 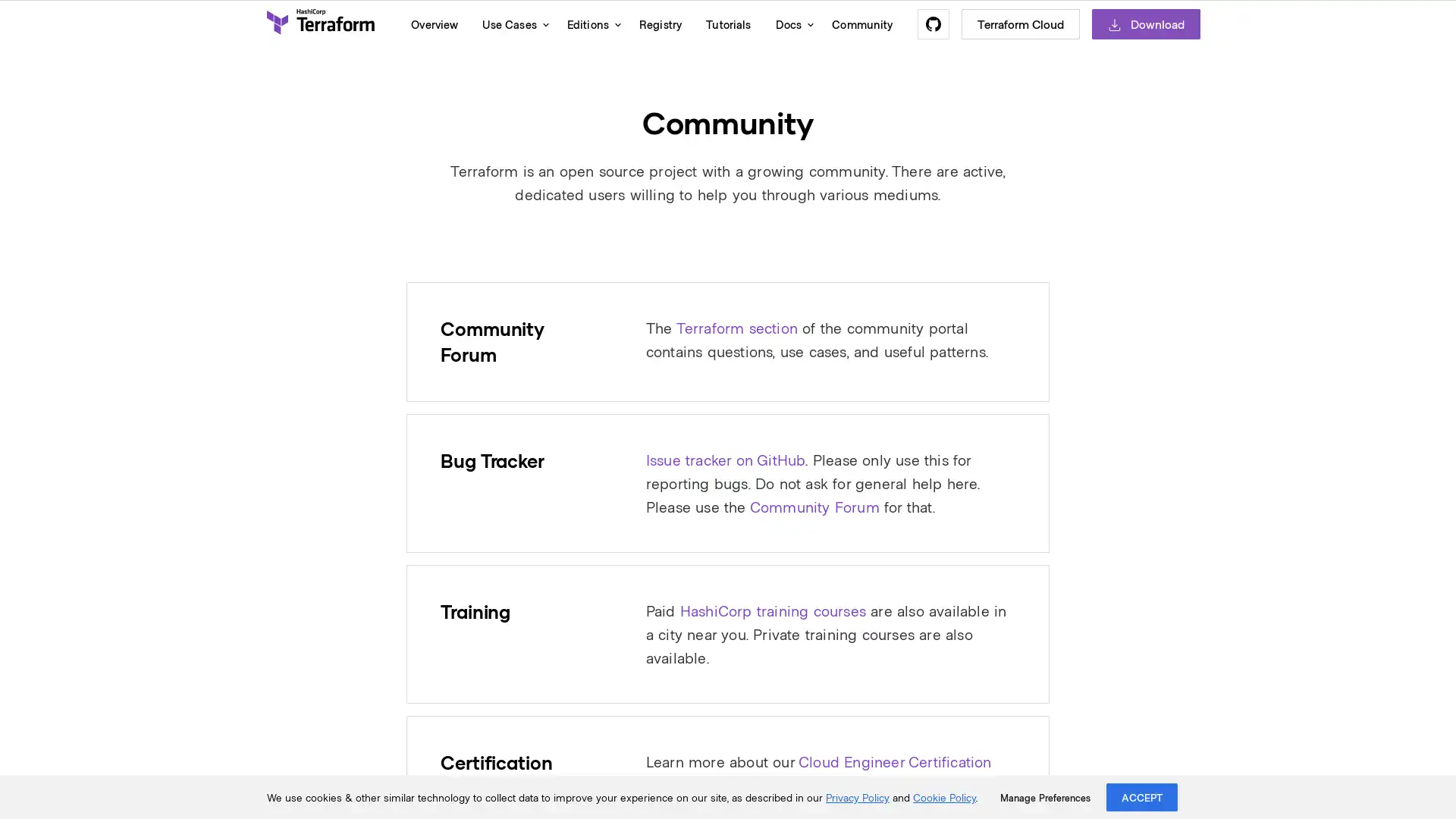 I want to click on Editions, so click(x=589, y=24).